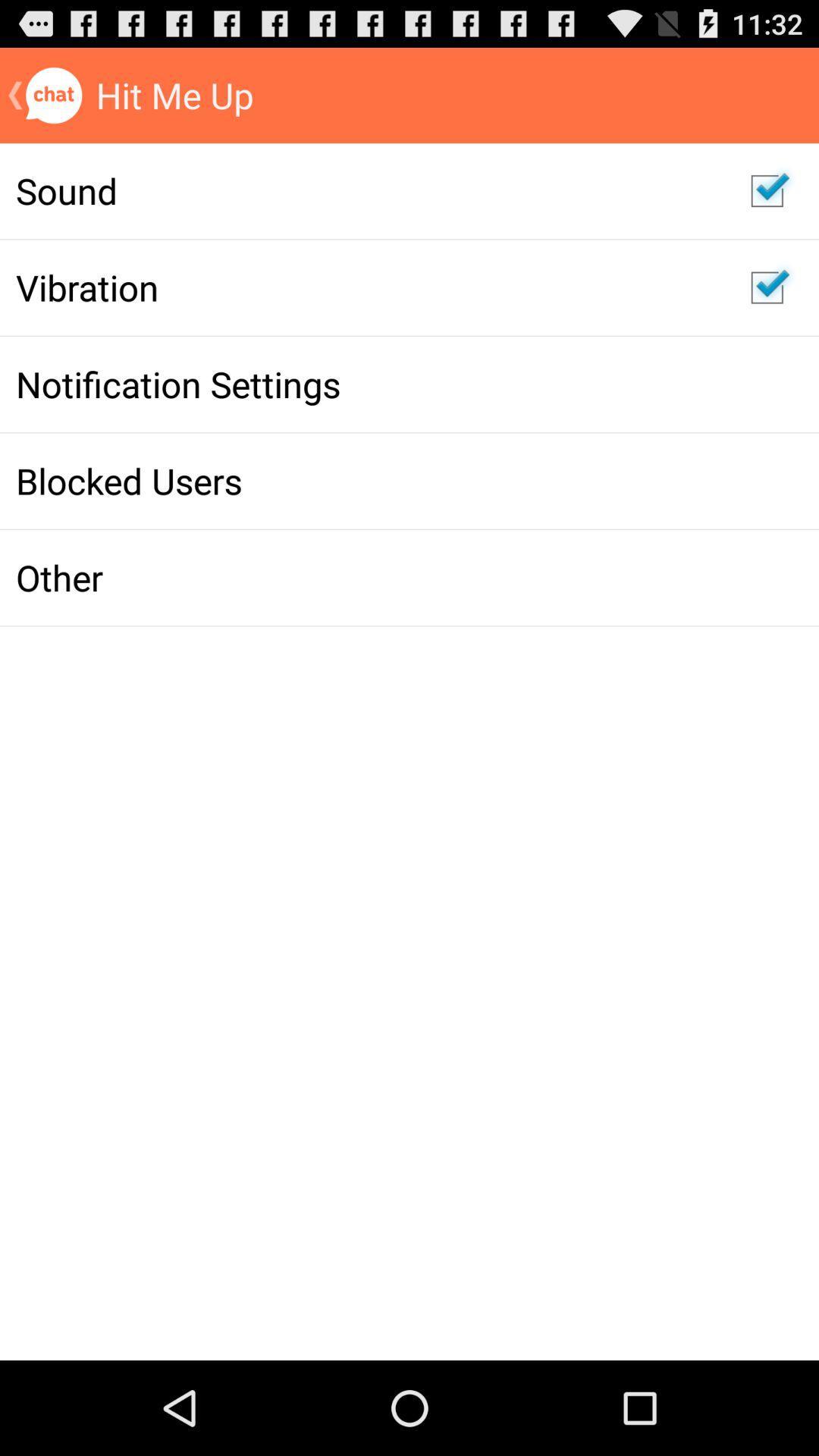  I want to click on vibration option, so click(767, 287).